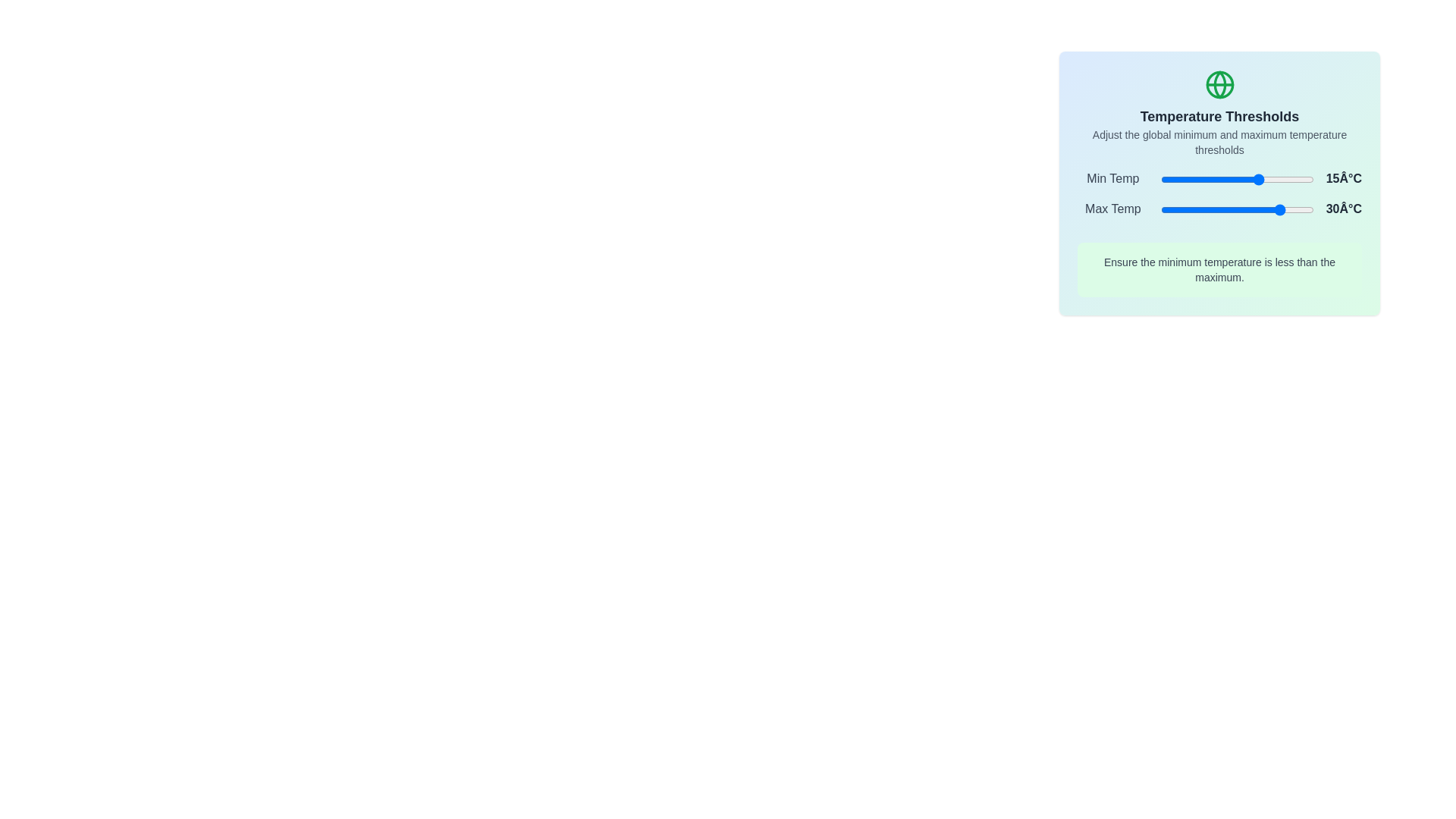 The width and height of the screenshot is (1456, 819). I want to click on the maximum temperature slider to 36°C, so click(1291, 210).